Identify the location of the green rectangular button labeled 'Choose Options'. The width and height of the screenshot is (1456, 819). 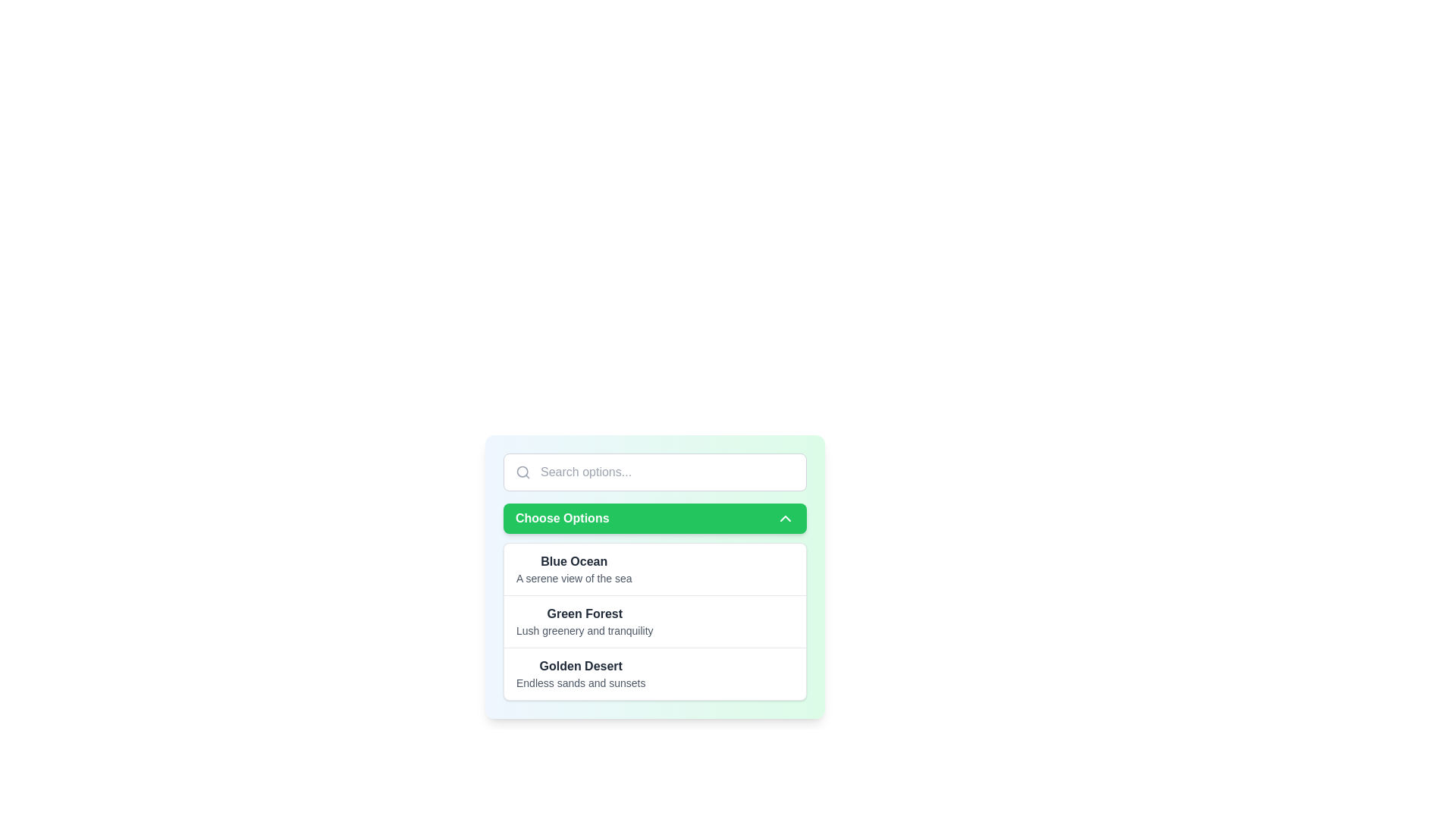
(655, 517).